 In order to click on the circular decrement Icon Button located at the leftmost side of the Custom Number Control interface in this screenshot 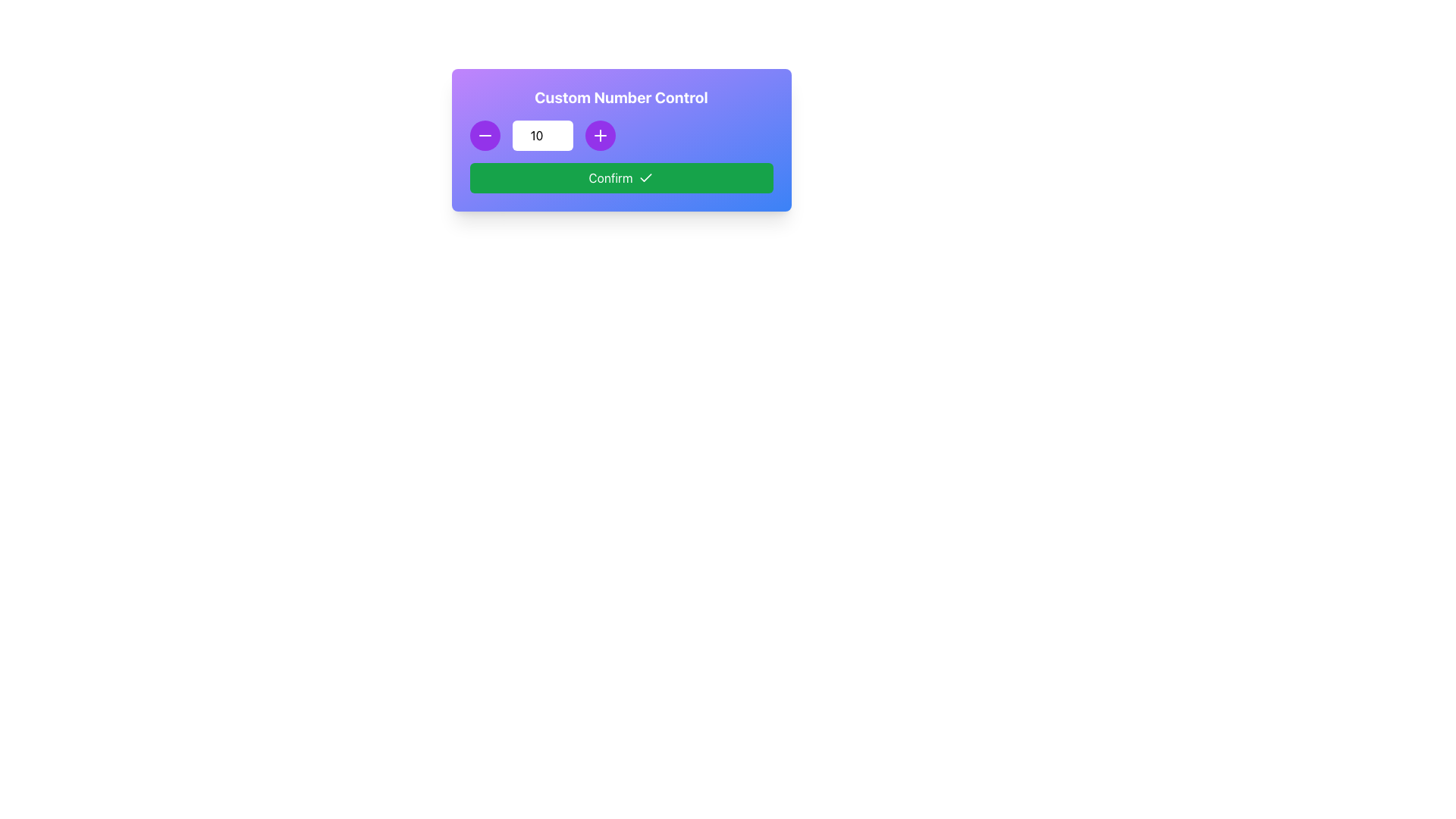, I will do `click(484, 134)`.